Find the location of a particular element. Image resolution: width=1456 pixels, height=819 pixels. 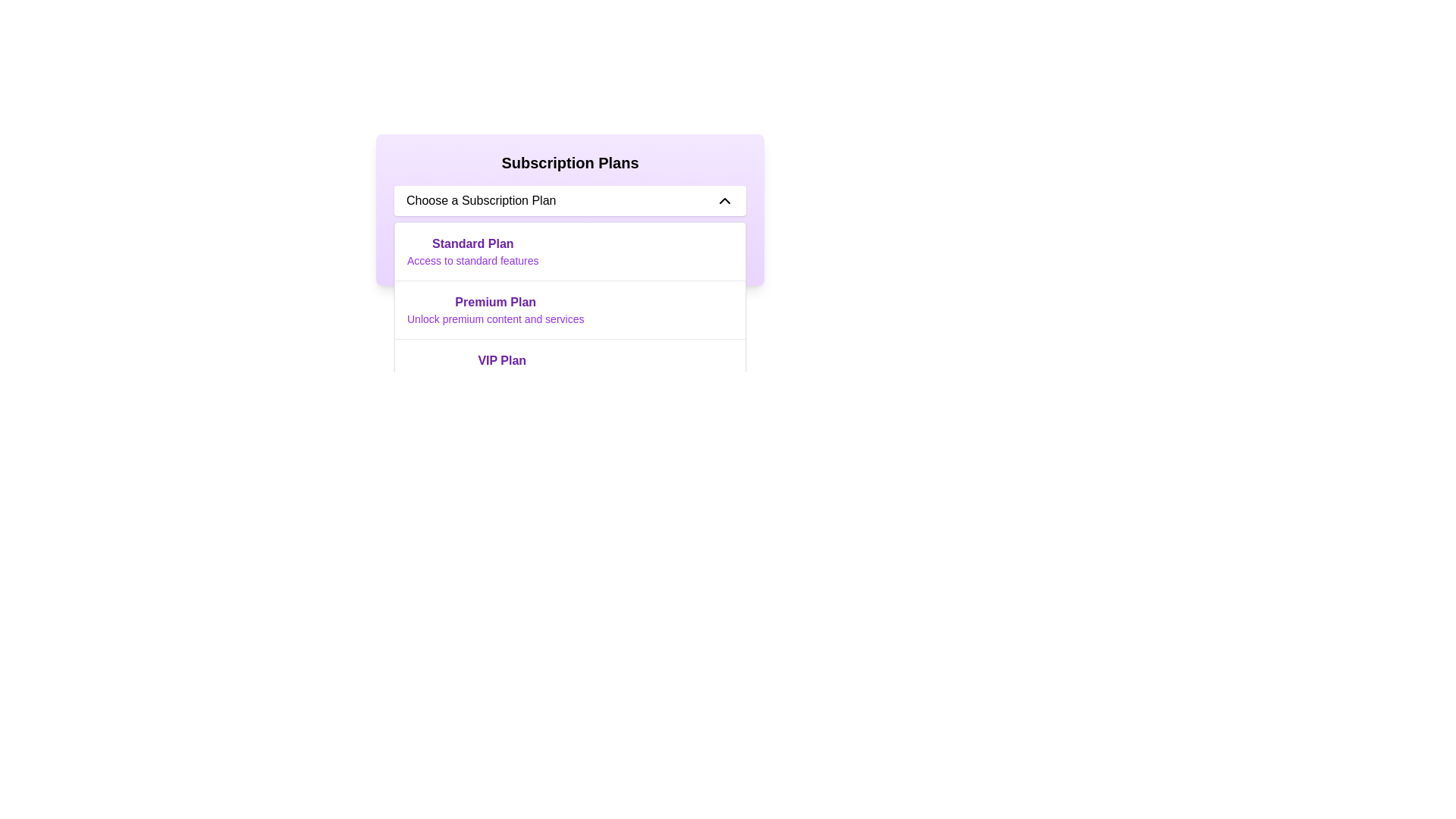

the text label that describes the 'Standard Plan', which is located immediately below the 'Standard Plan' text and is centered within the subscription plan options in the dropdown menu is located at coordinates (472, 259).